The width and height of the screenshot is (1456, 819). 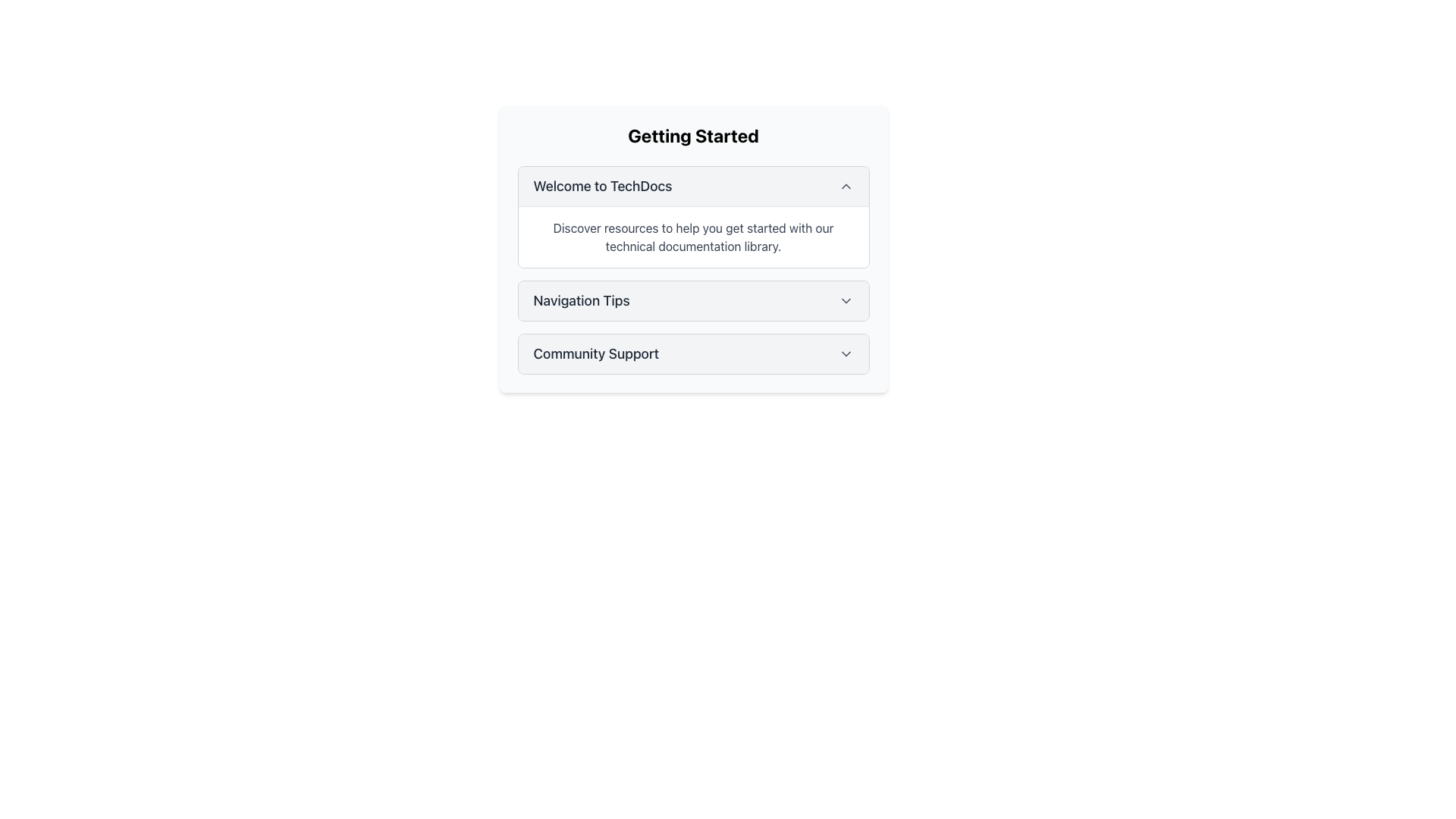 What do you see at coordinates (845, 353) in the screenshot?
I see `the down-chevron icon located to the right of the 'Community Support' button` at bounding box center [845, 353].